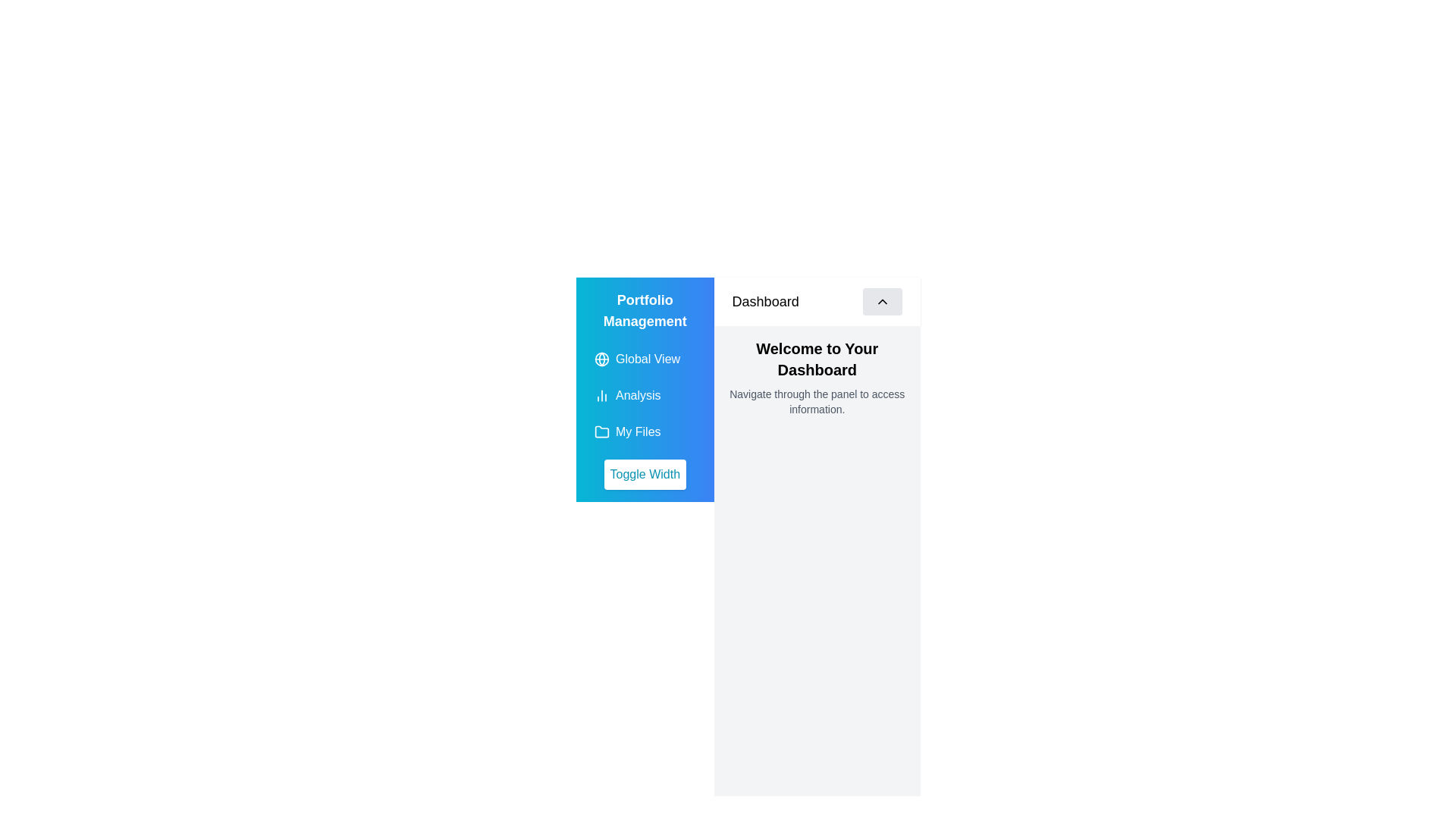 This screenshot has height=819, width=1456. What do you see at coordinates (882, 301) in the screenshot?
I see `the collapse/expand button located on the right side of the header bar, next to the 'Dashboard' title` at bounding box center [882, 301].